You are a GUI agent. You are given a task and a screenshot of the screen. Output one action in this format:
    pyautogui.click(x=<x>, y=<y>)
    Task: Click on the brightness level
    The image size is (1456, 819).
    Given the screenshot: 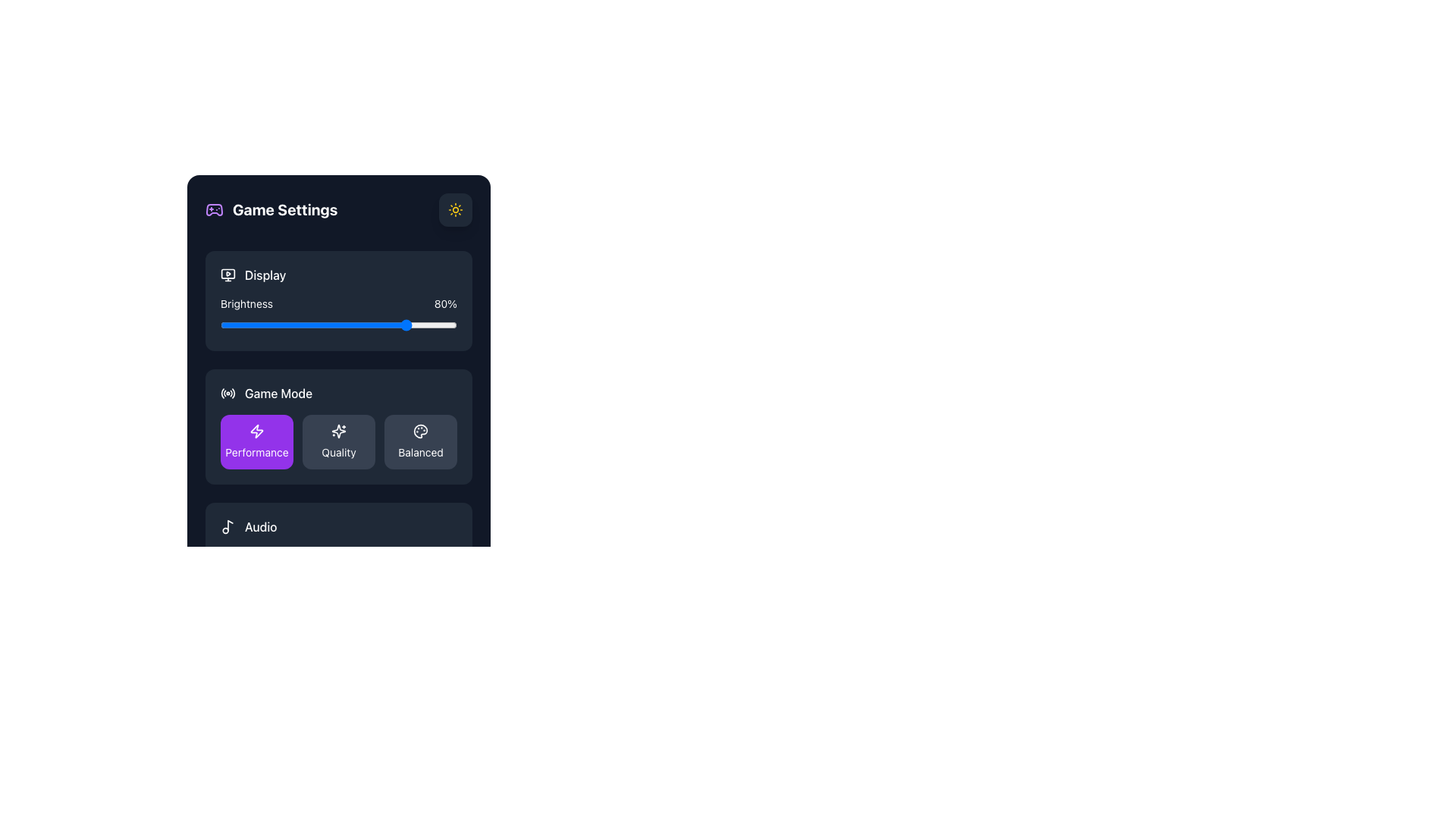 What is the action you would take?
    pyautogui.click(x=430, y=324)
    